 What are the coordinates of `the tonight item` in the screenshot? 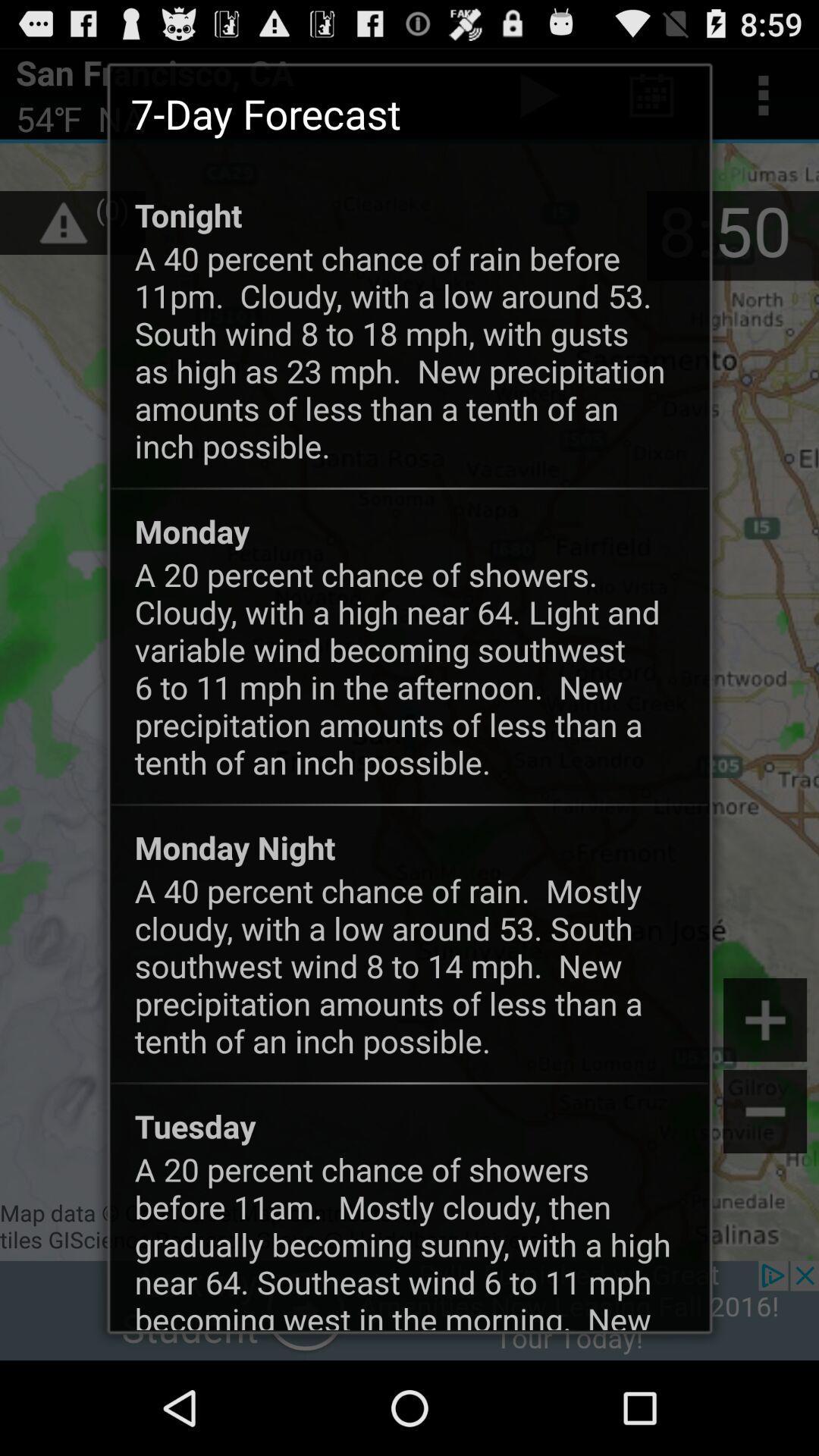 It's located at (187, 214).